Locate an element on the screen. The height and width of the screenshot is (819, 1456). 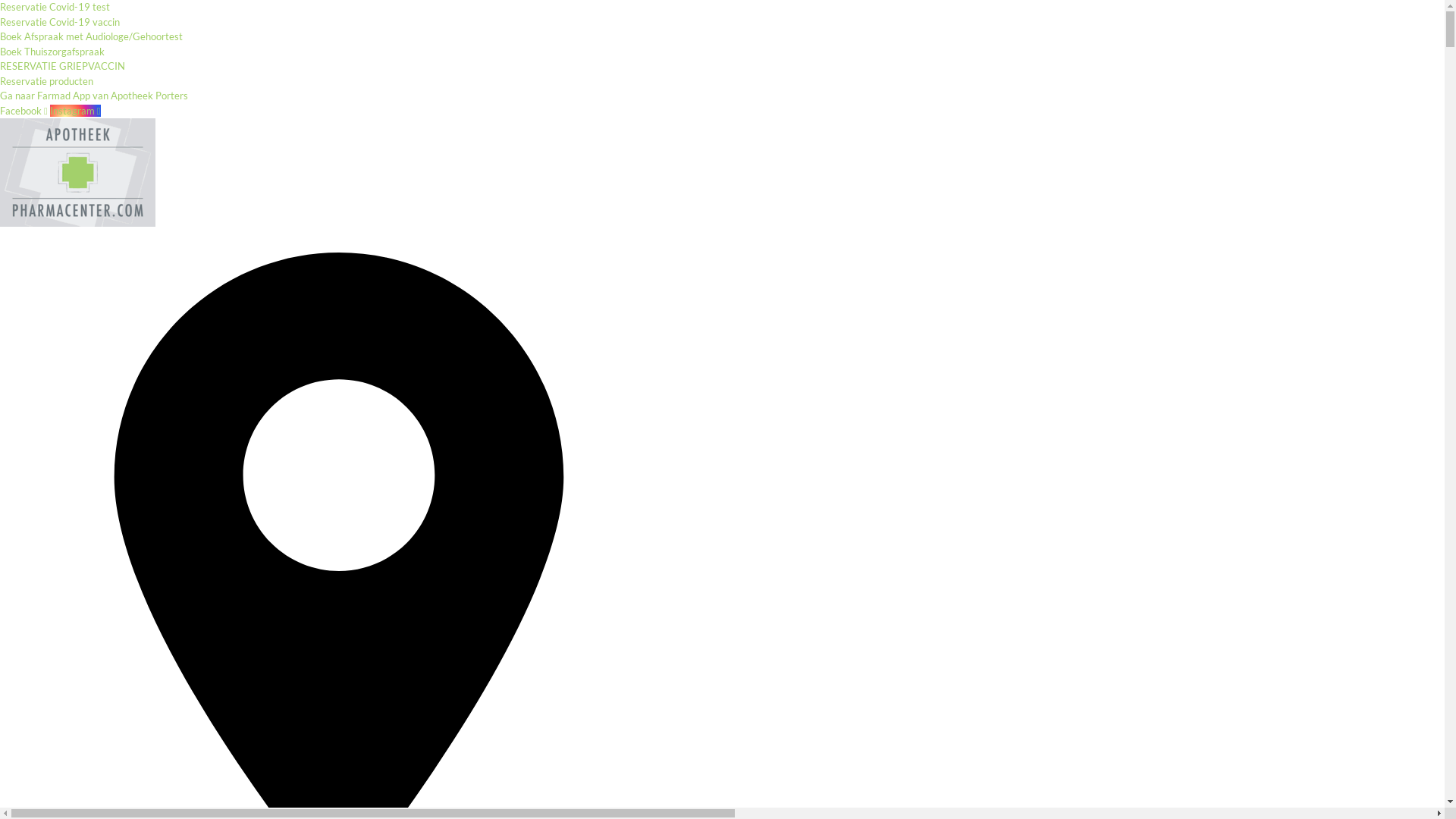
'Reservatie Covid-19 test' is located at coordinates (55, 6).